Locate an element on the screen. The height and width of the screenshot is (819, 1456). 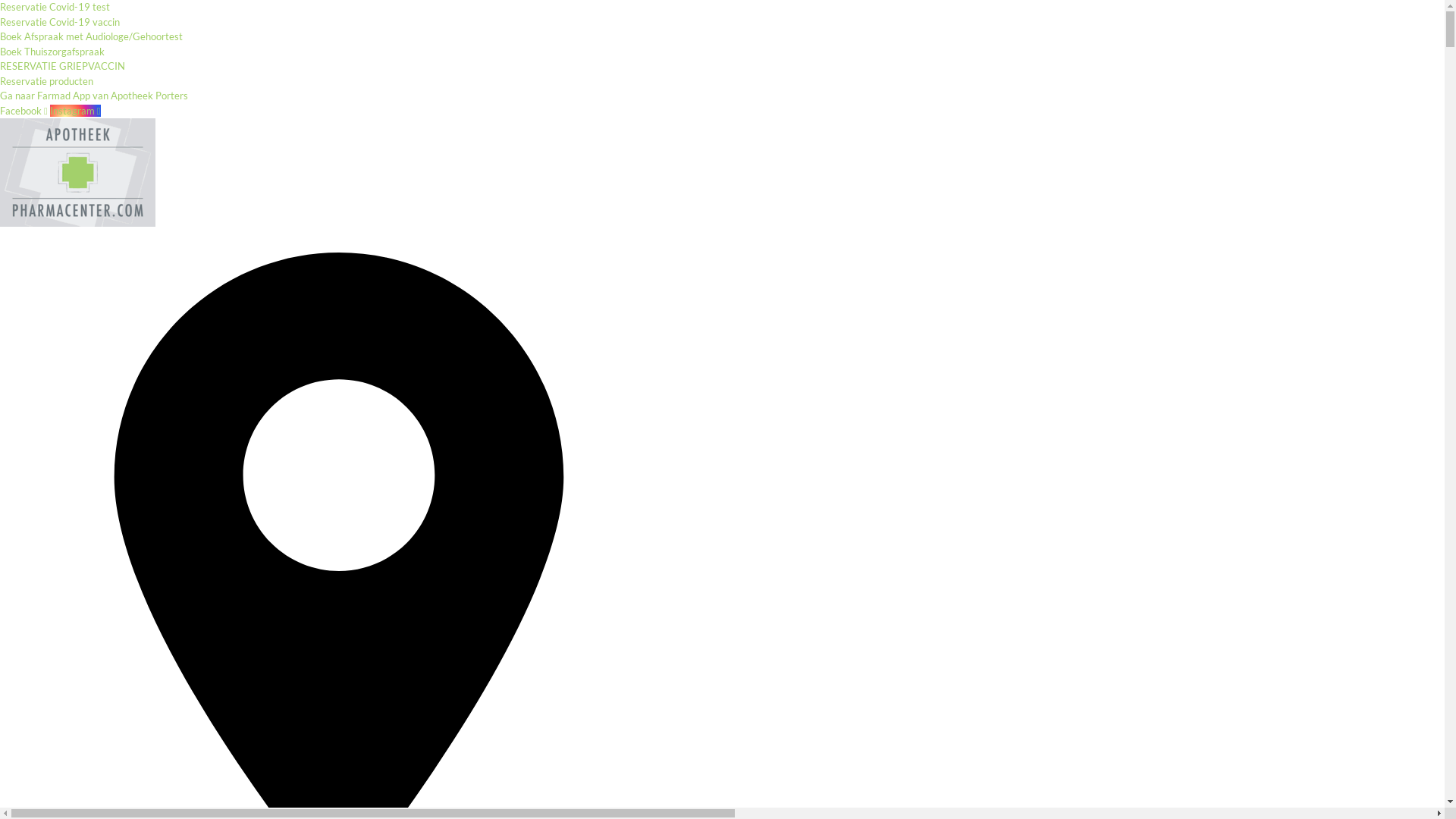
'Reservatie Covid-19 test' is located at coordinates (55, 6).